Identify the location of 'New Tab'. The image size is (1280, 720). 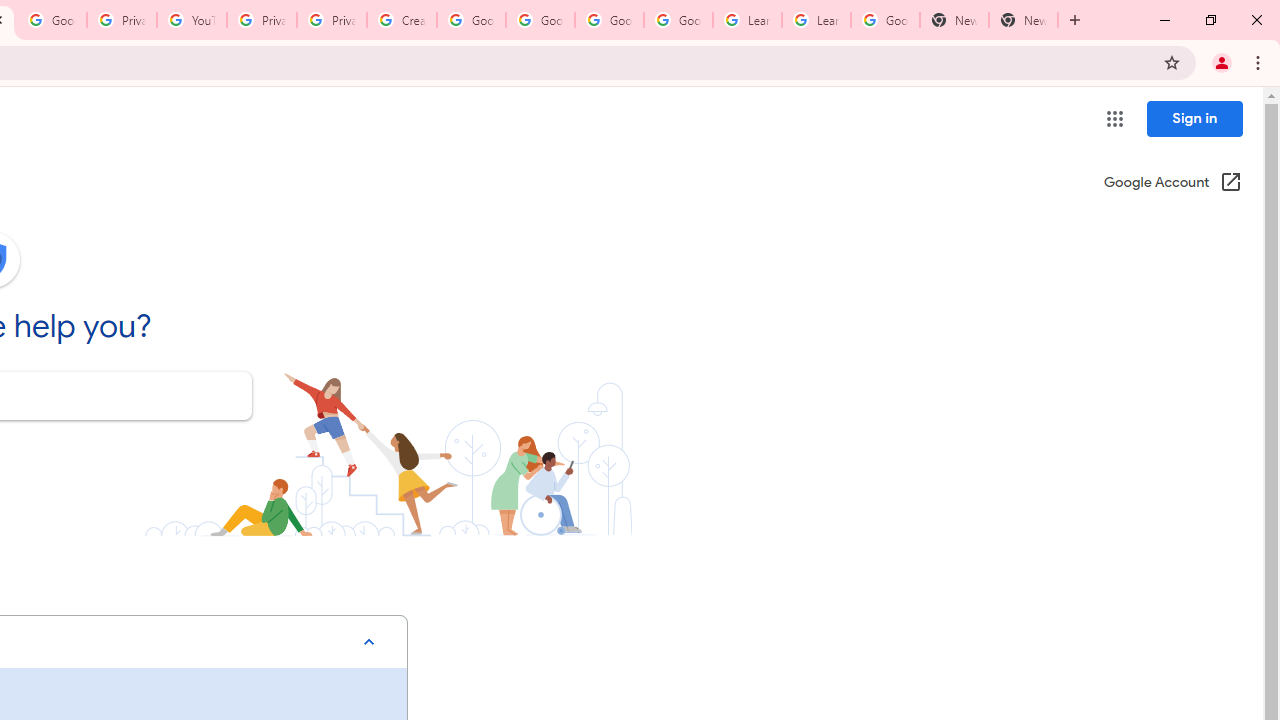
(1024, 20).